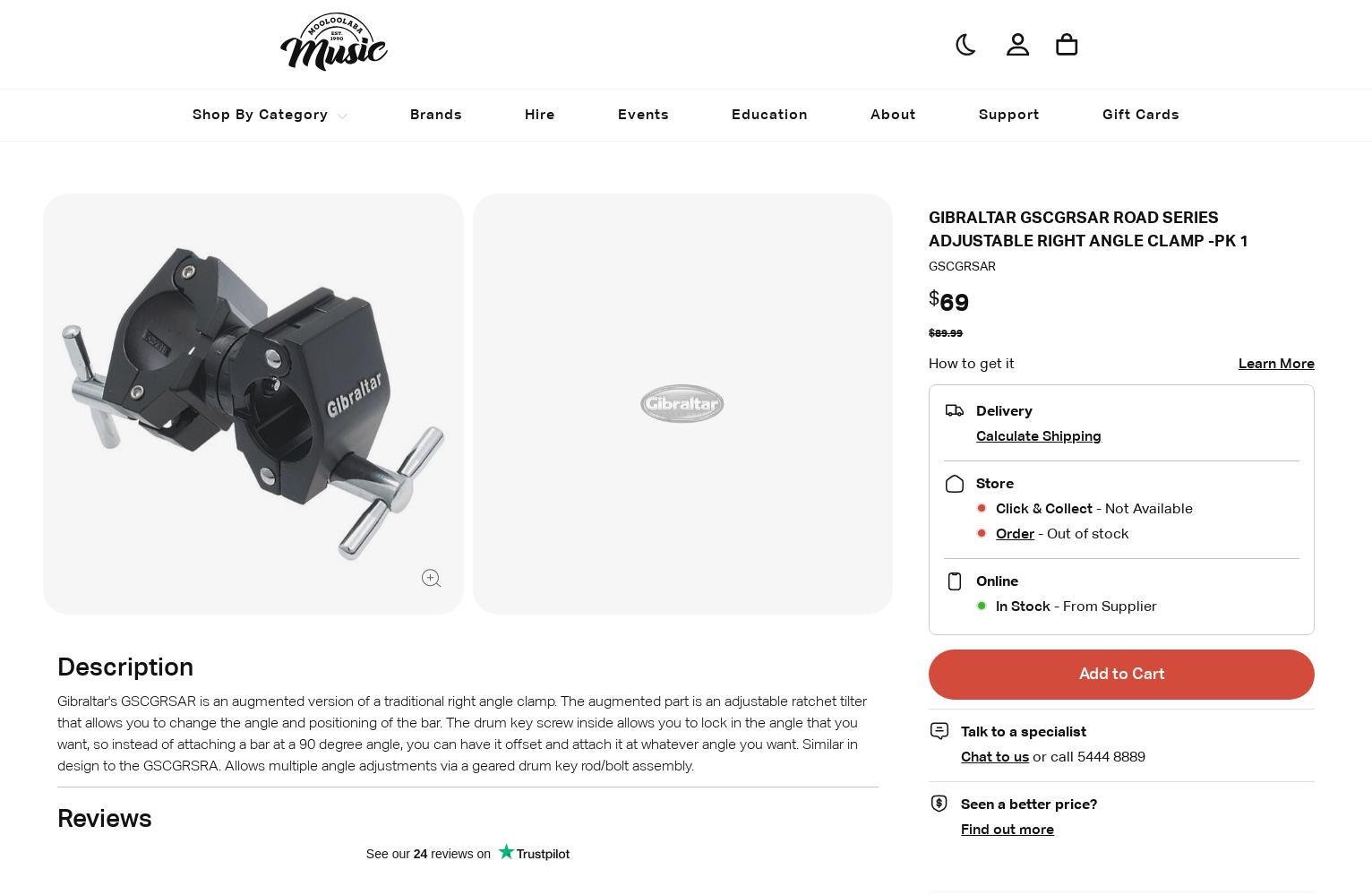 This screenshot has height=895, width=1372. Describe the element at coordinates (945, 333) in the screenshot. I see `'$89.99'` at that location.